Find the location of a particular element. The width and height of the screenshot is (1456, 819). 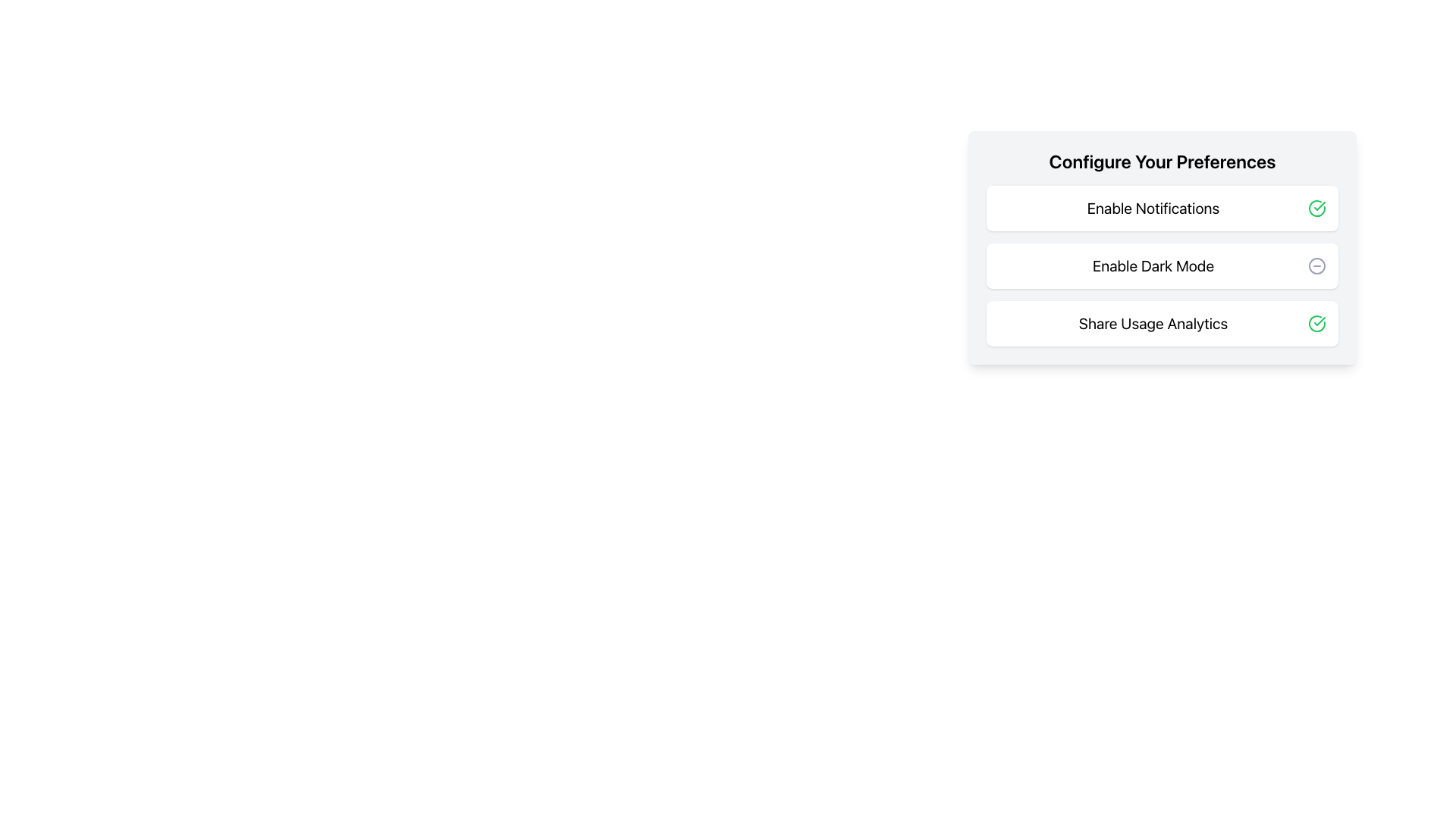

label text for the third option in the 'Configure Your Preferences' menu, which is positioned below 'Enable Dark Mode' and includes a green checkmark icon on the right is located at coordinates (1153, 323).